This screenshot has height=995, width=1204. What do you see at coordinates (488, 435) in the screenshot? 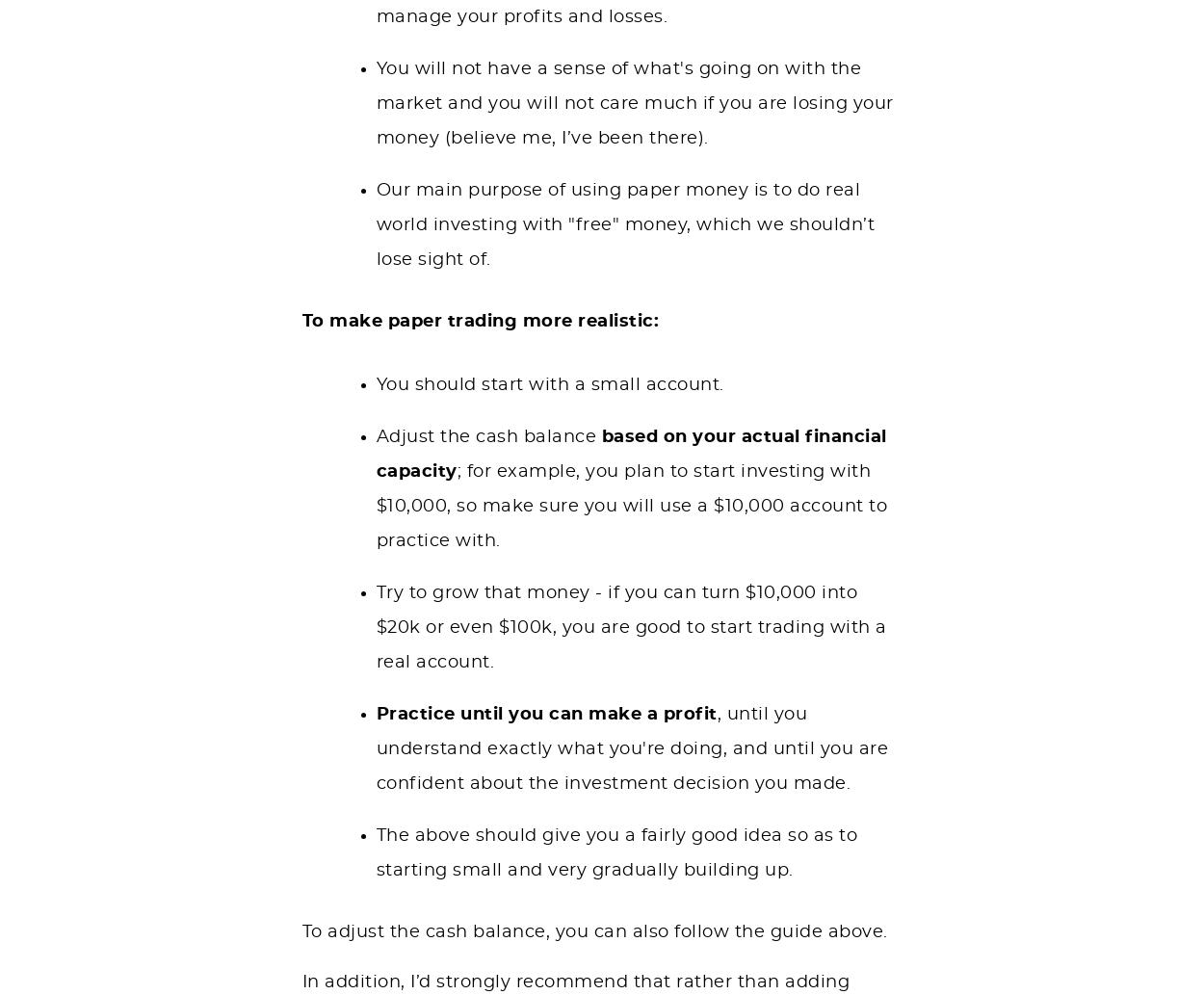
I see `'Adjust the cash balance'` at bounding box center [488, 435].